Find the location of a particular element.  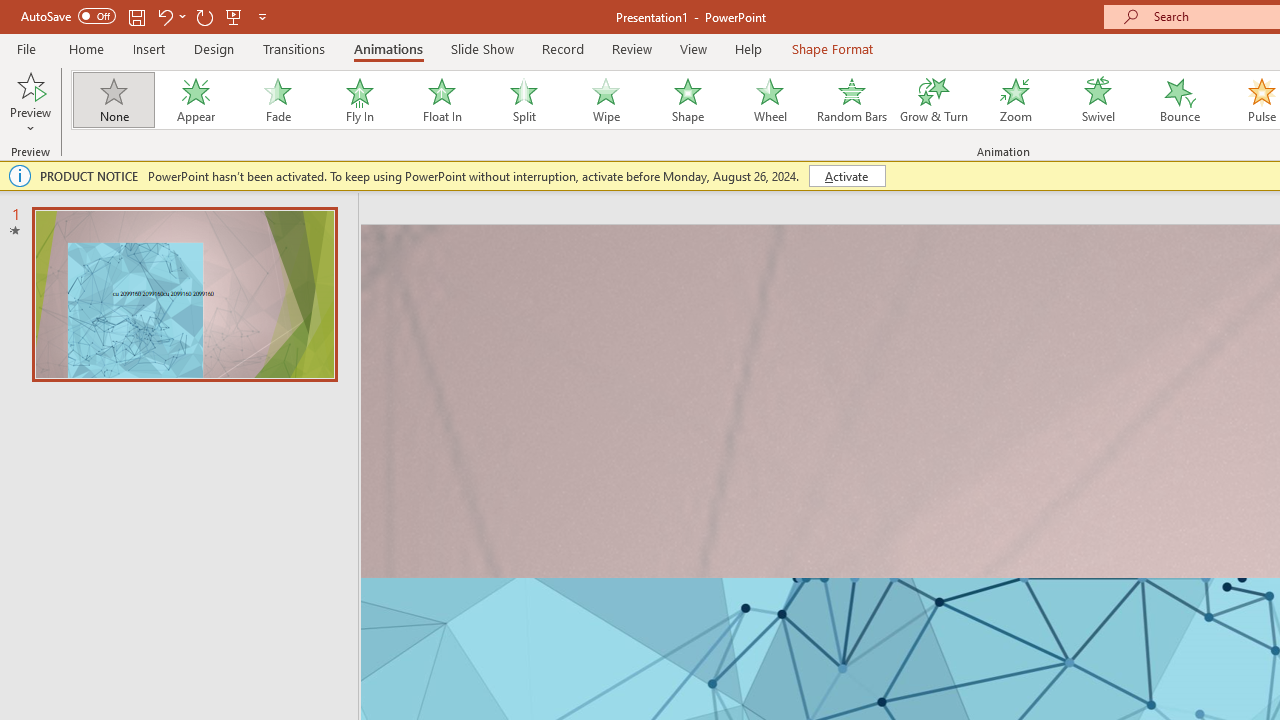

'Grow & Turn' is located at coordinates (933, 100).